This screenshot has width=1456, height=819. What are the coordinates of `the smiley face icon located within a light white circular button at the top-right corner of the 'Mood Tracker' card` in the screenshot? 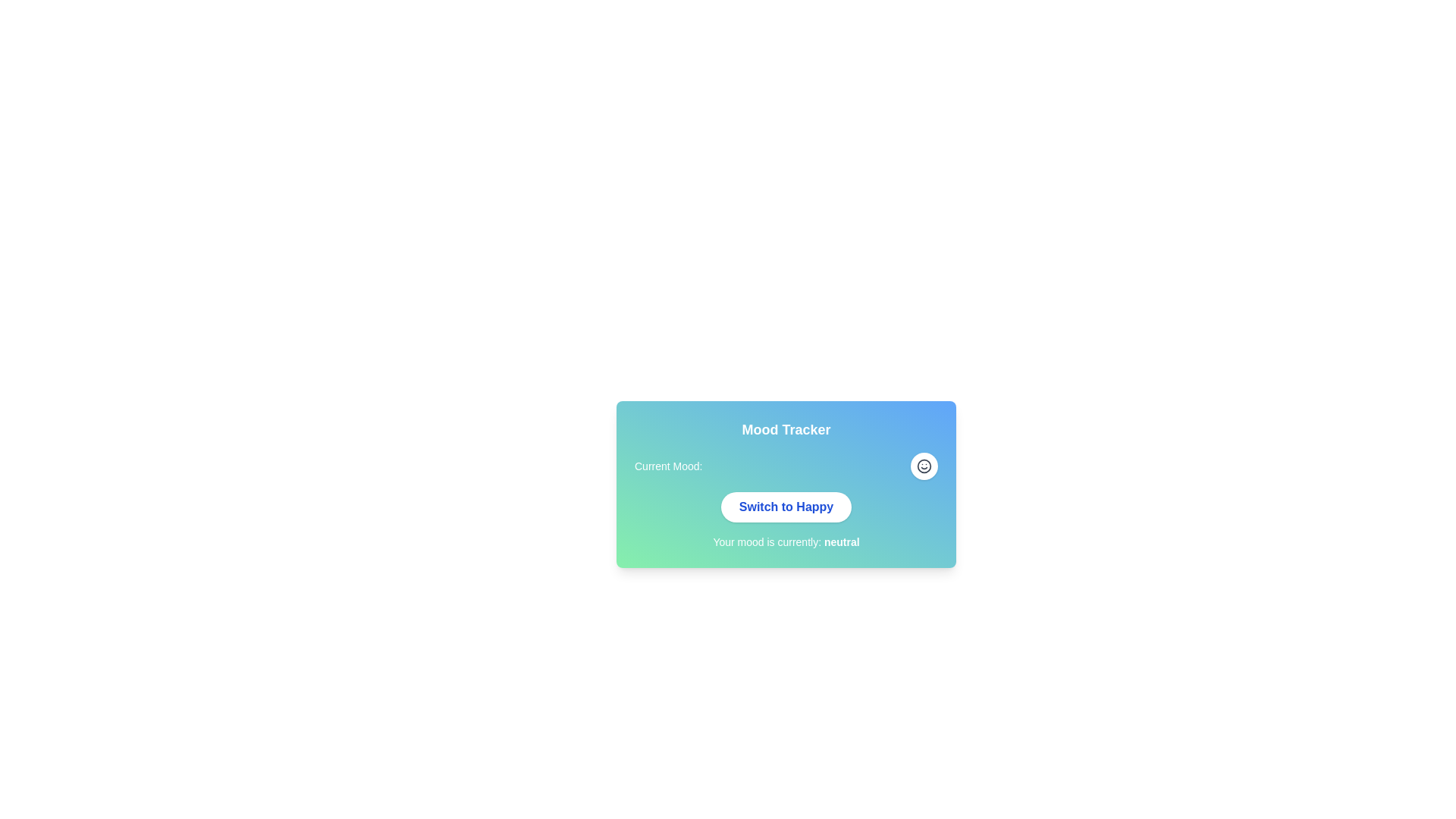 It's located at (924, 465).